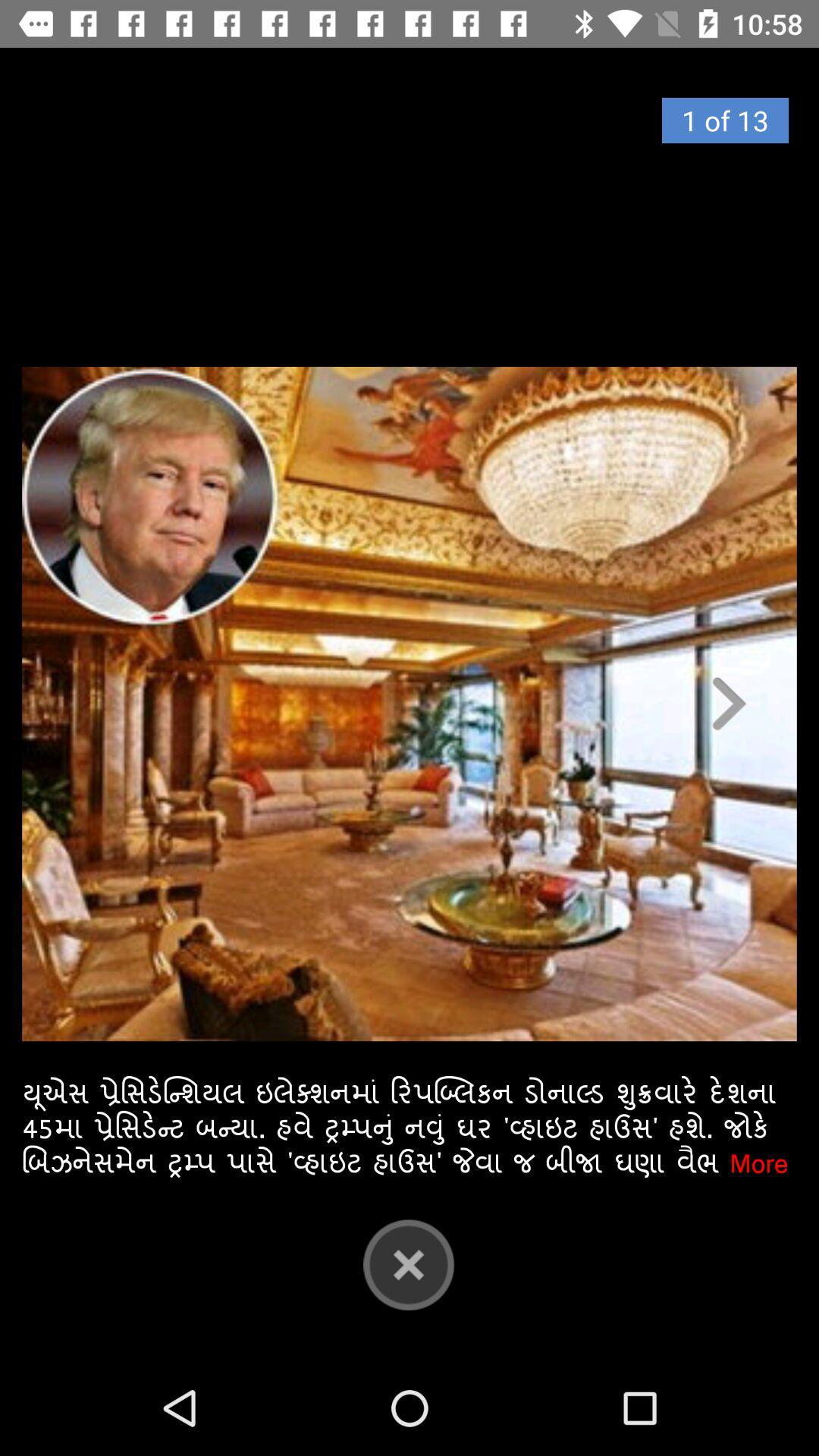 The height and width of the screenshot is (1456, 819). I want to click on the arrow_forward icon, so click(728, 703).